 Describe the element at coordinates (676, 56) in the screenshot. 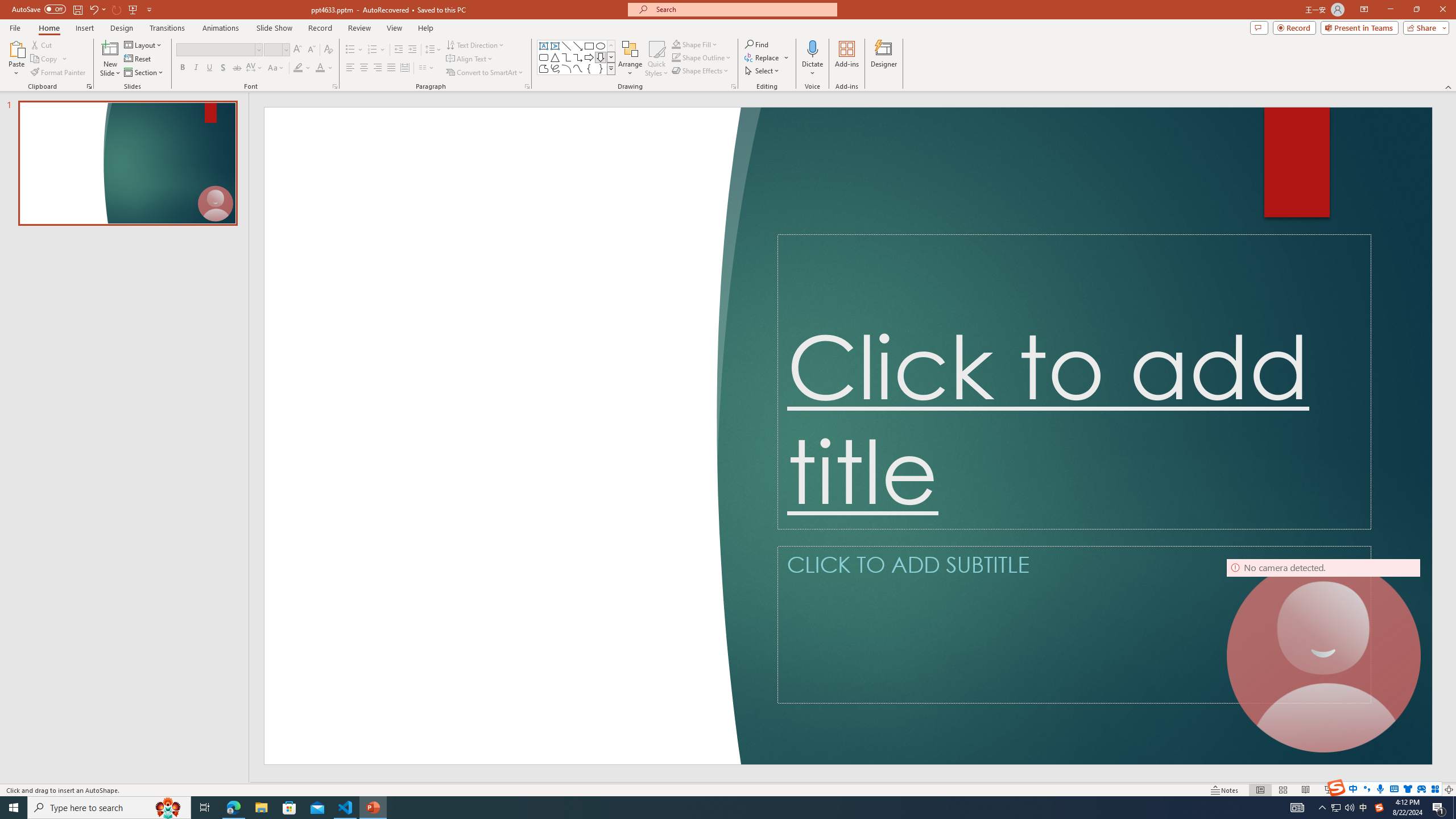

I see `'Shape Outline Dark Red, Accent 1'` at that location.